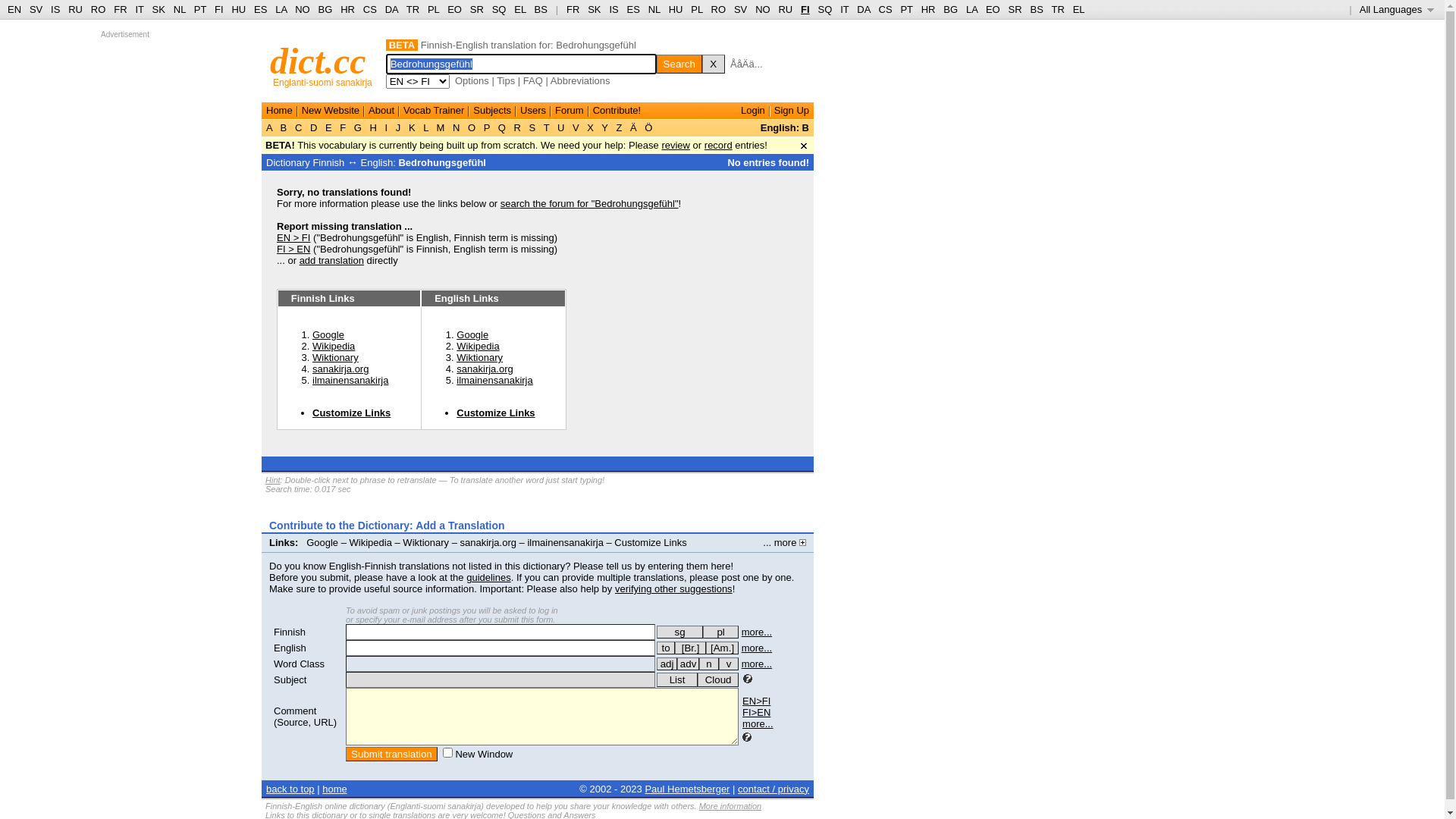  I want to click on 'EN>FI', so click(756, 701).